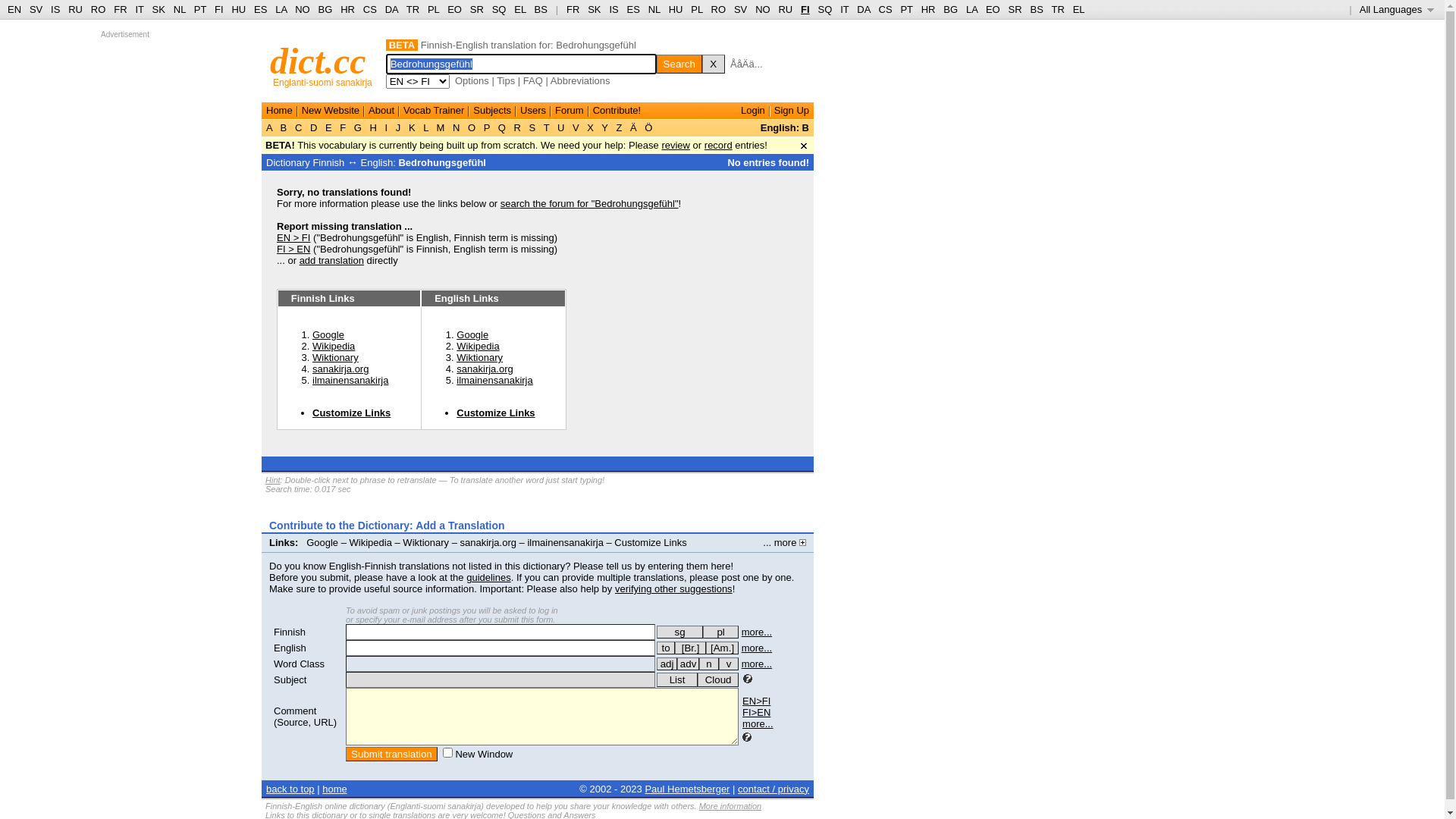  I want to click on 'EN>FI', so click(756, 701).